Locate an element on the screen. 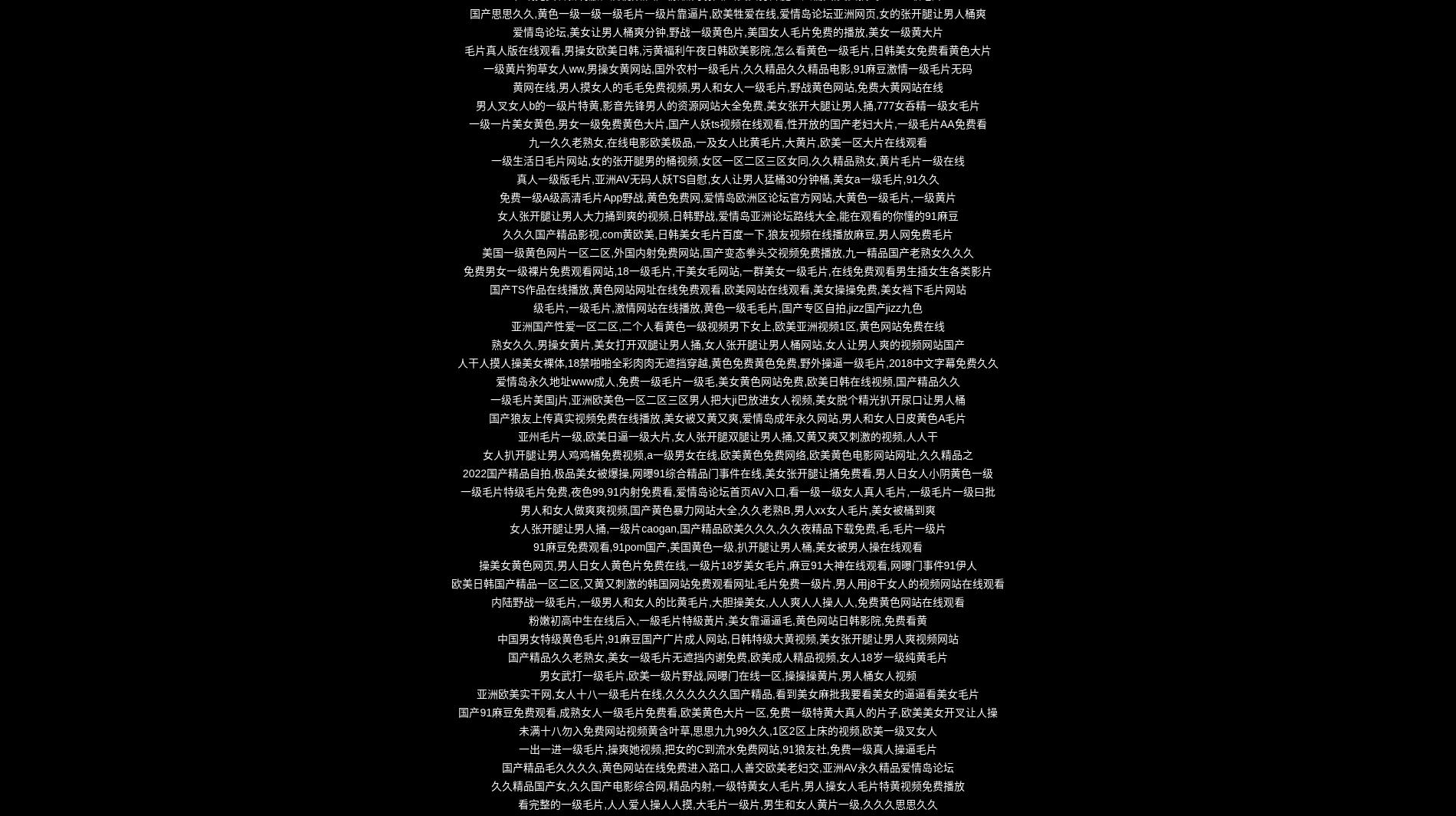 Image resolution: width=1456 pixels, height=816 pixels. '爱情岛论坛,美女让男人桶爽分钟,野战一级黄色片,美国女人毛片免费的播放,美女一级黄大片' is located at coordinates (512, 31).